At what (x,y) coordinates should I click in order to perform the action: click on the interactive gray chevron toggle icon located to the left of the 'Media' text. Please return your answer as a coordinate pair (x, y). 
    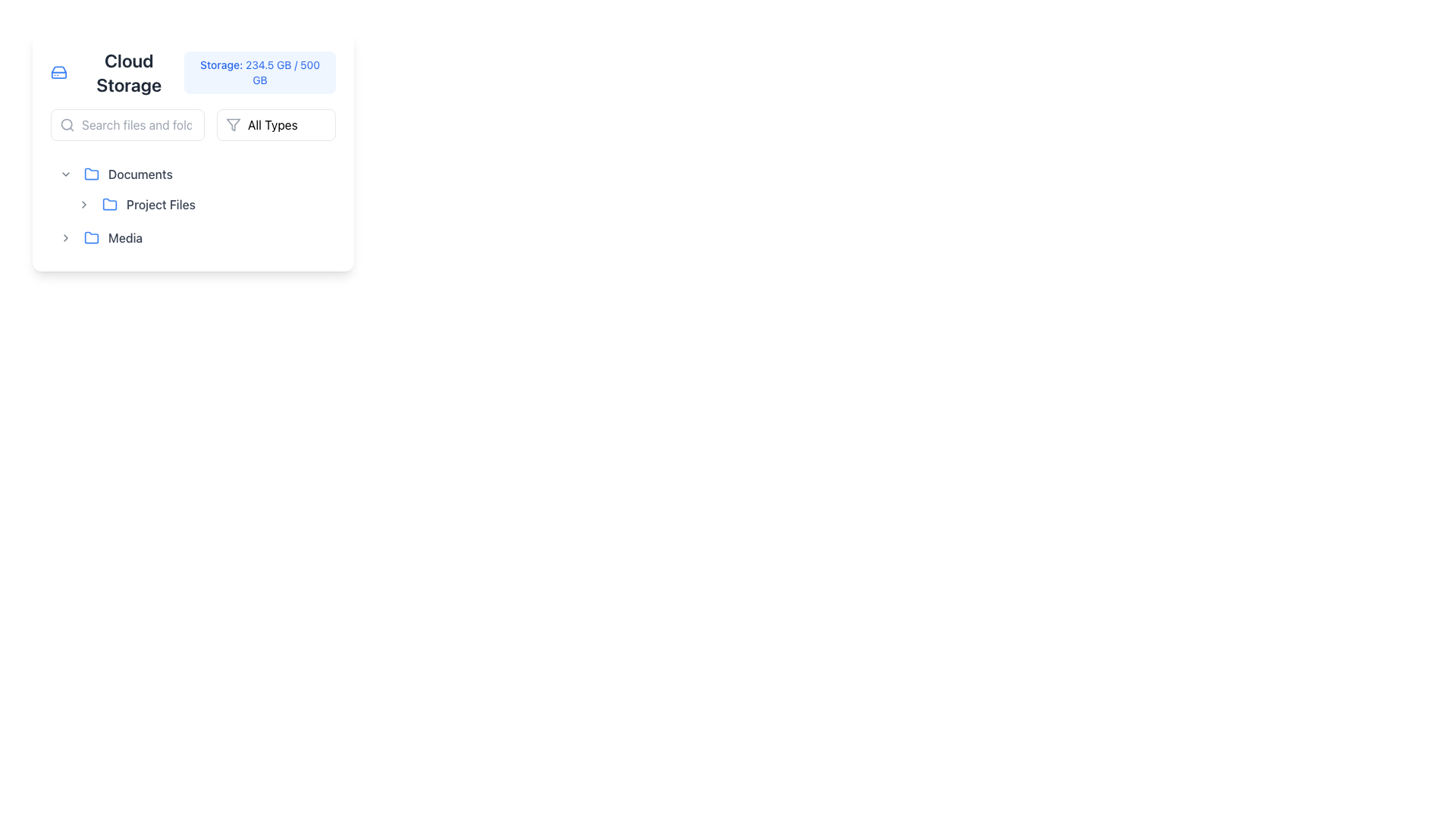
    Looking at the image, I should click on (64, 237).